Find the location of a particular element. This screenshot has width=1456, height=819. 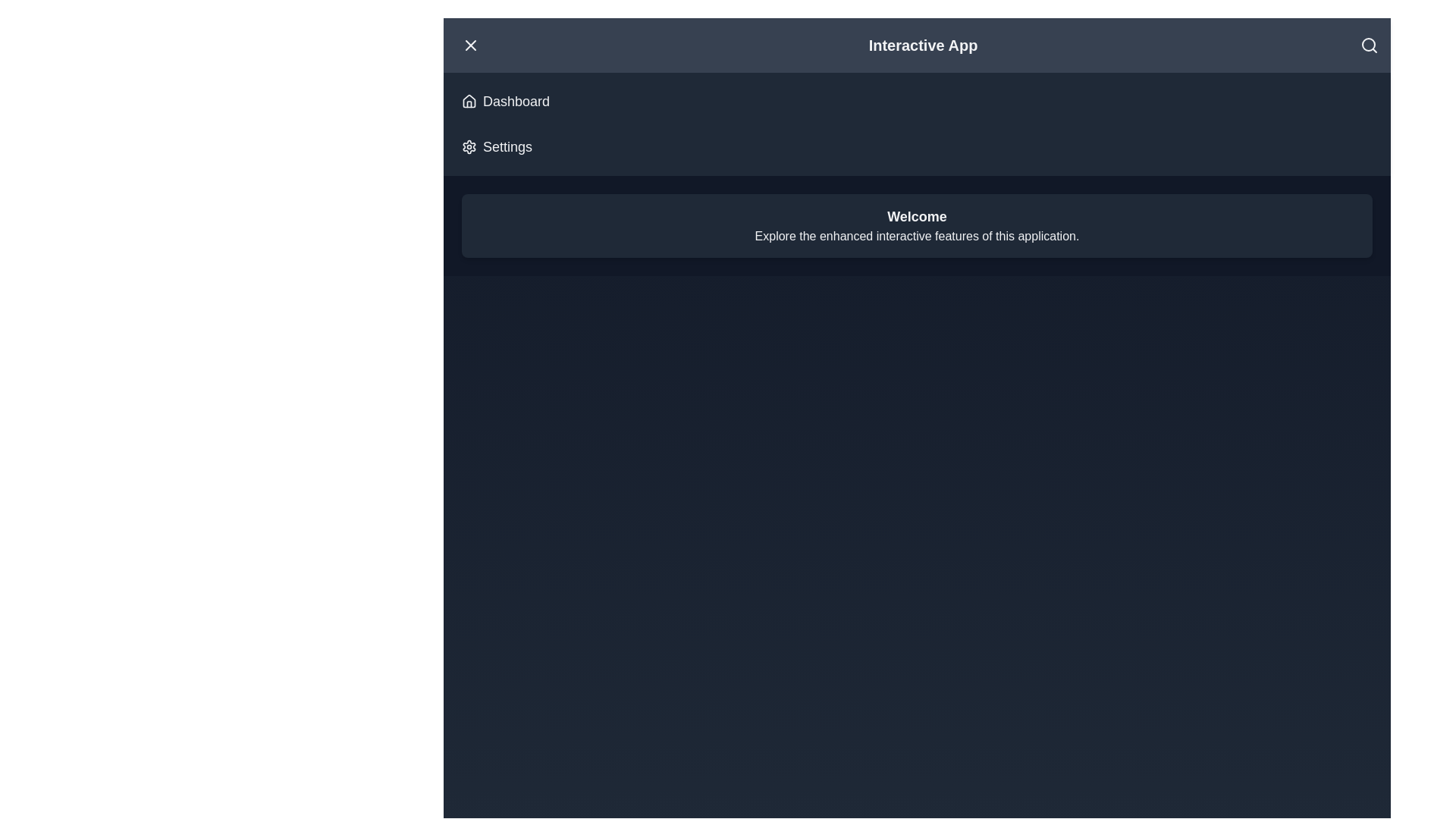

menu button to toggle the menu visibility is located at coordinates (469, 45).